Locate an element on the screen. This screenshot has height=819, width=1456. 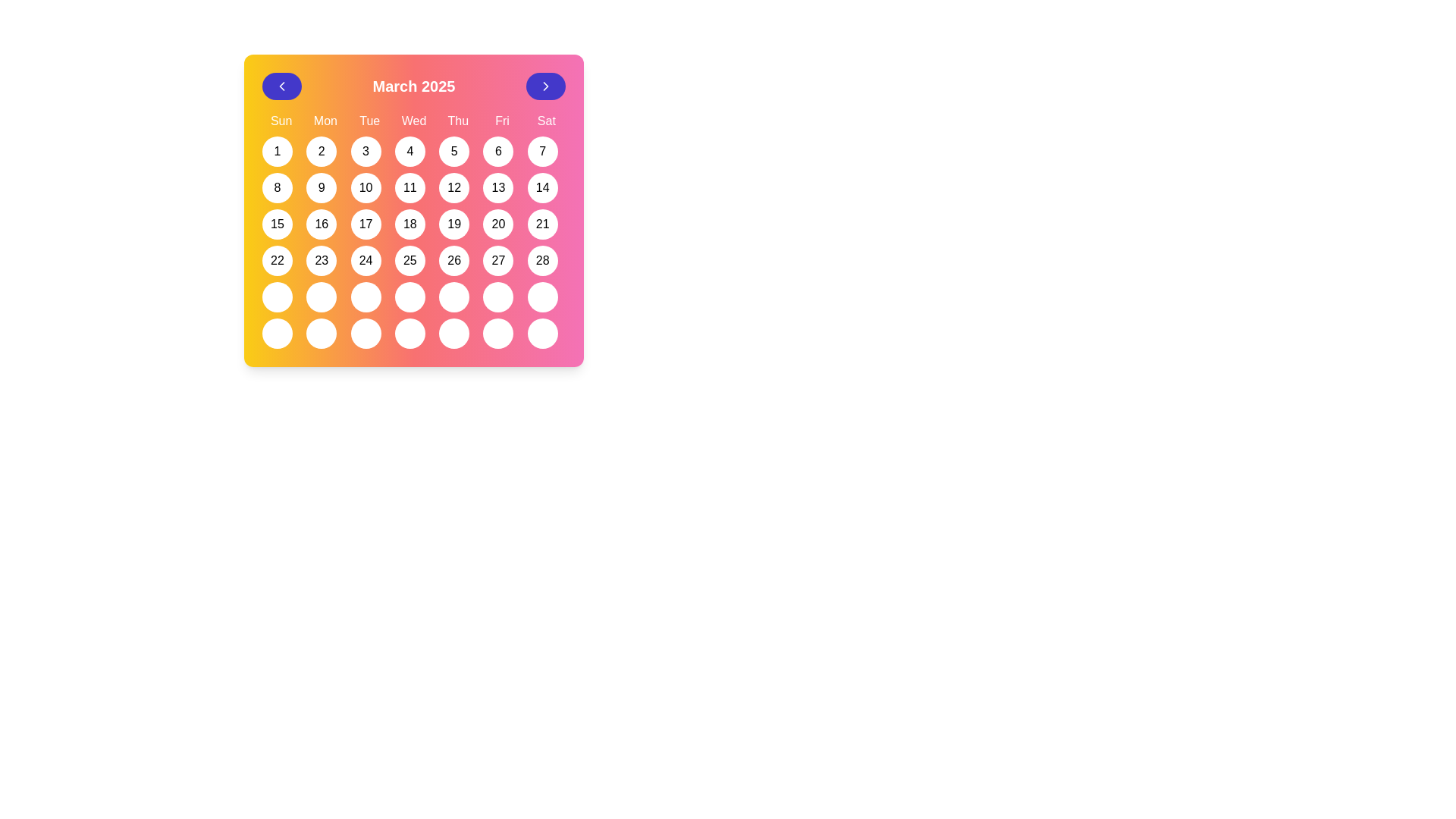
the circular button displaying '26' in the calendar grid for March 2025 is located at coordinates (453, 259).